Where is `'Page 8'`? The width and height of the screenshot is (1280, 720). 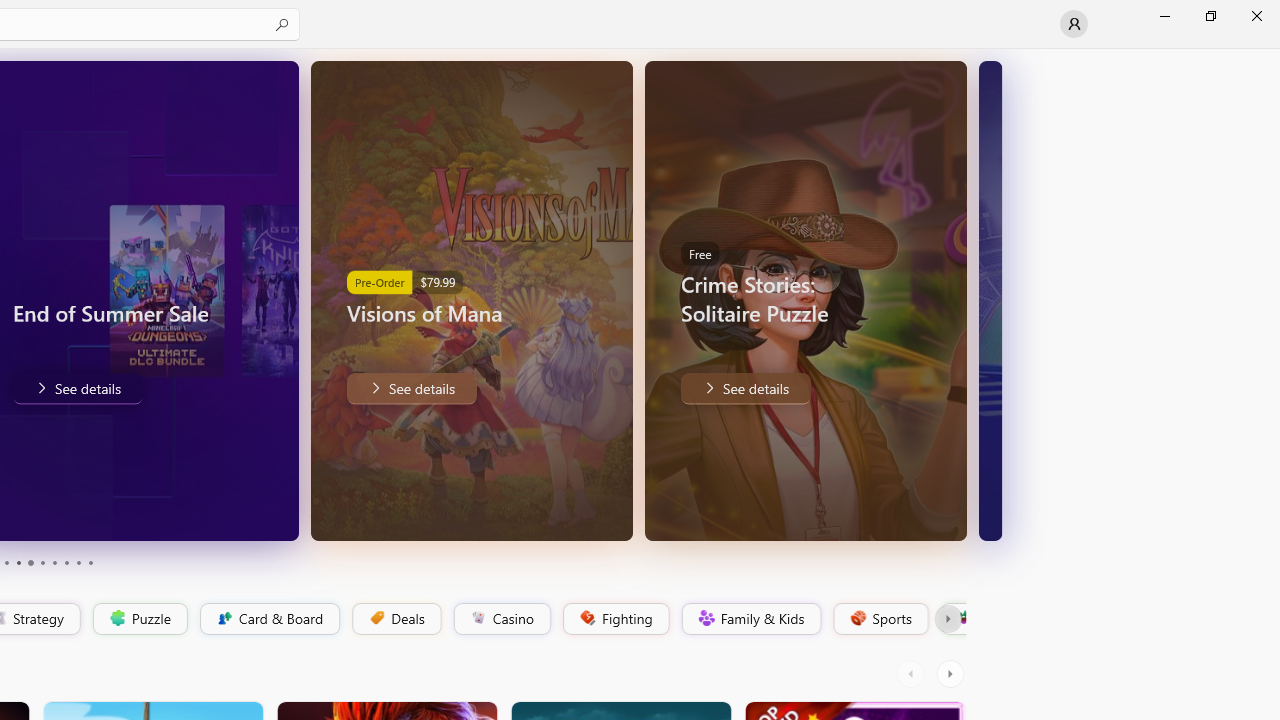
'Page 8' is located at coordinates (65, 563).